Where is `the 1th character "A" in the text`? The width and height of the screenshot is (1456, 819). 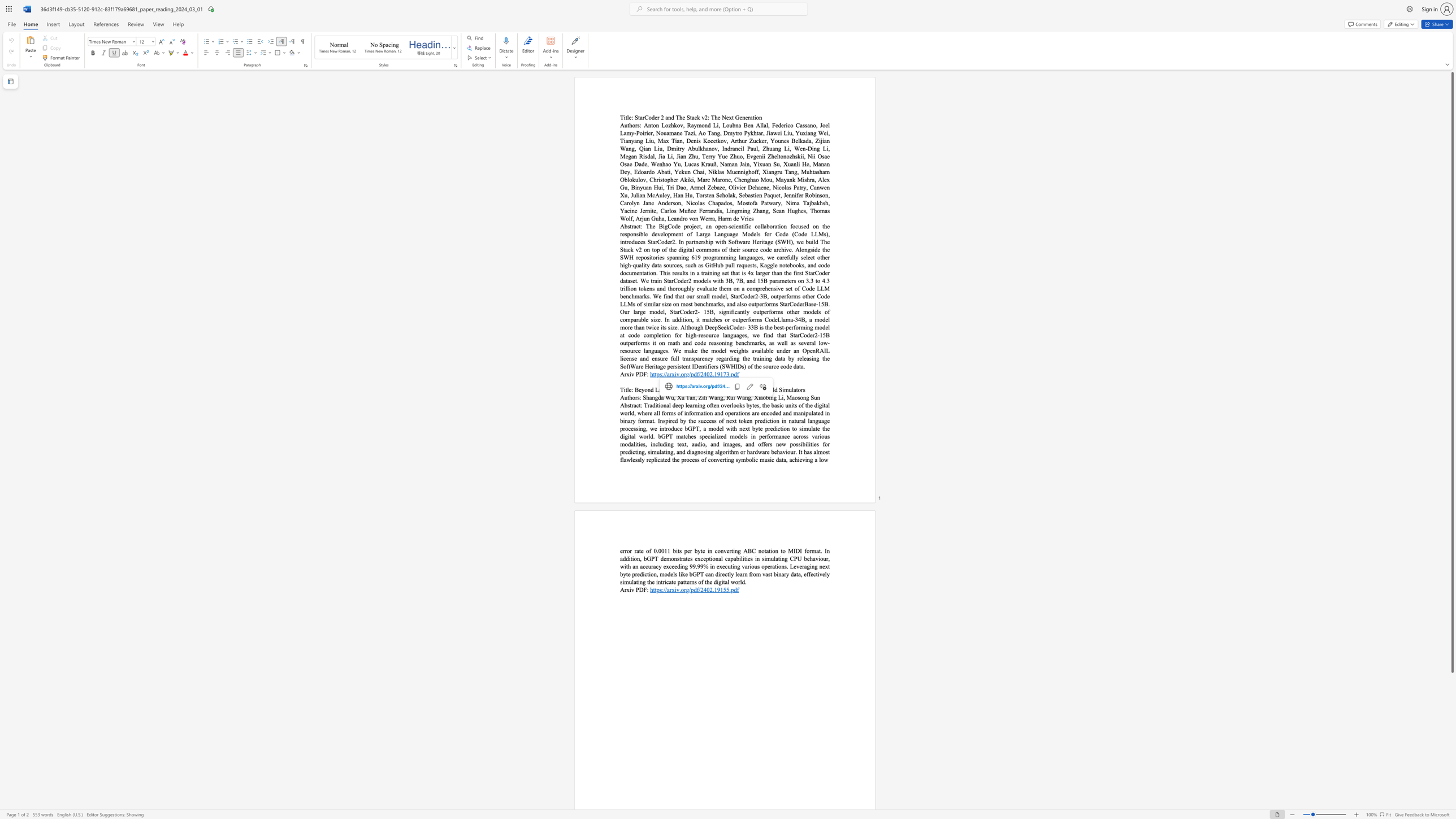 the 1th character "A" in the text is located at coordinates (622, 405).